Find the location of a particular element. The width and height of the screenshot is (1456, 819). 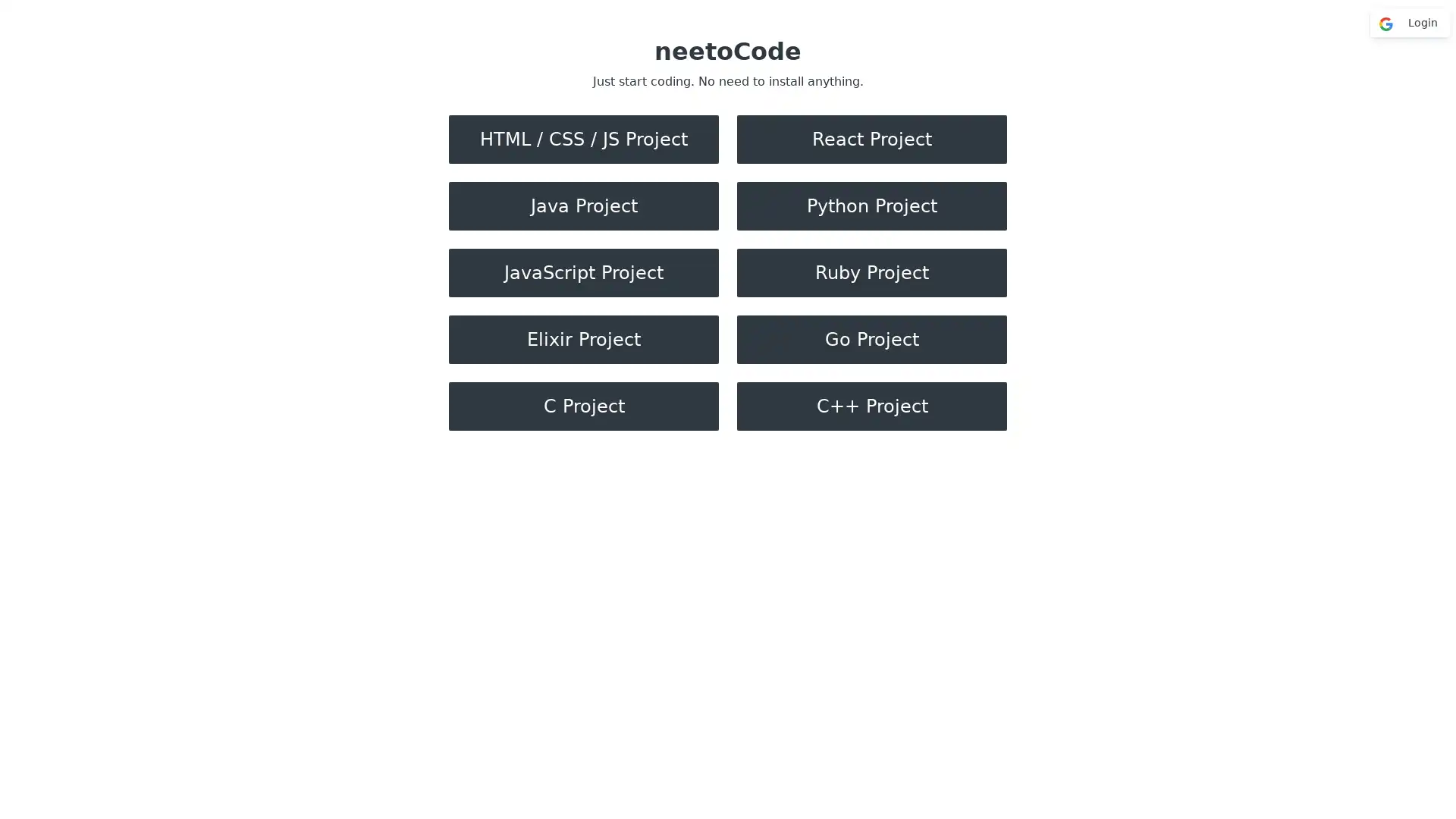

HTML / CSS / JS Project is located at coordinates (582, 140).